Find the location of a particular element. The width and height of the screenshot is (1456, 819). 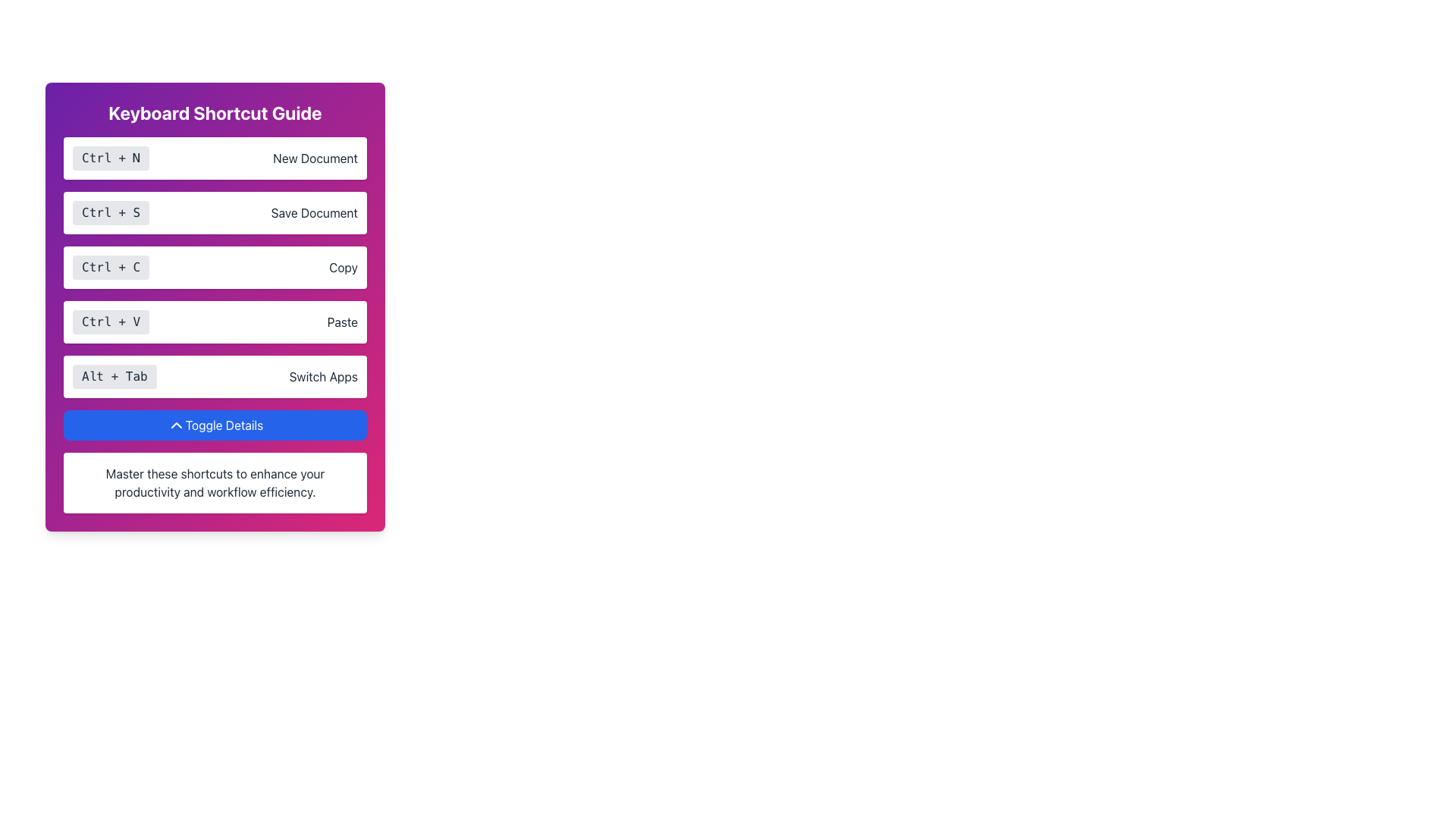

the second entry in the list of keyboard shortcuts that specifies 'Ctrl + S' for saving a document is located at coordinates (214, 213).